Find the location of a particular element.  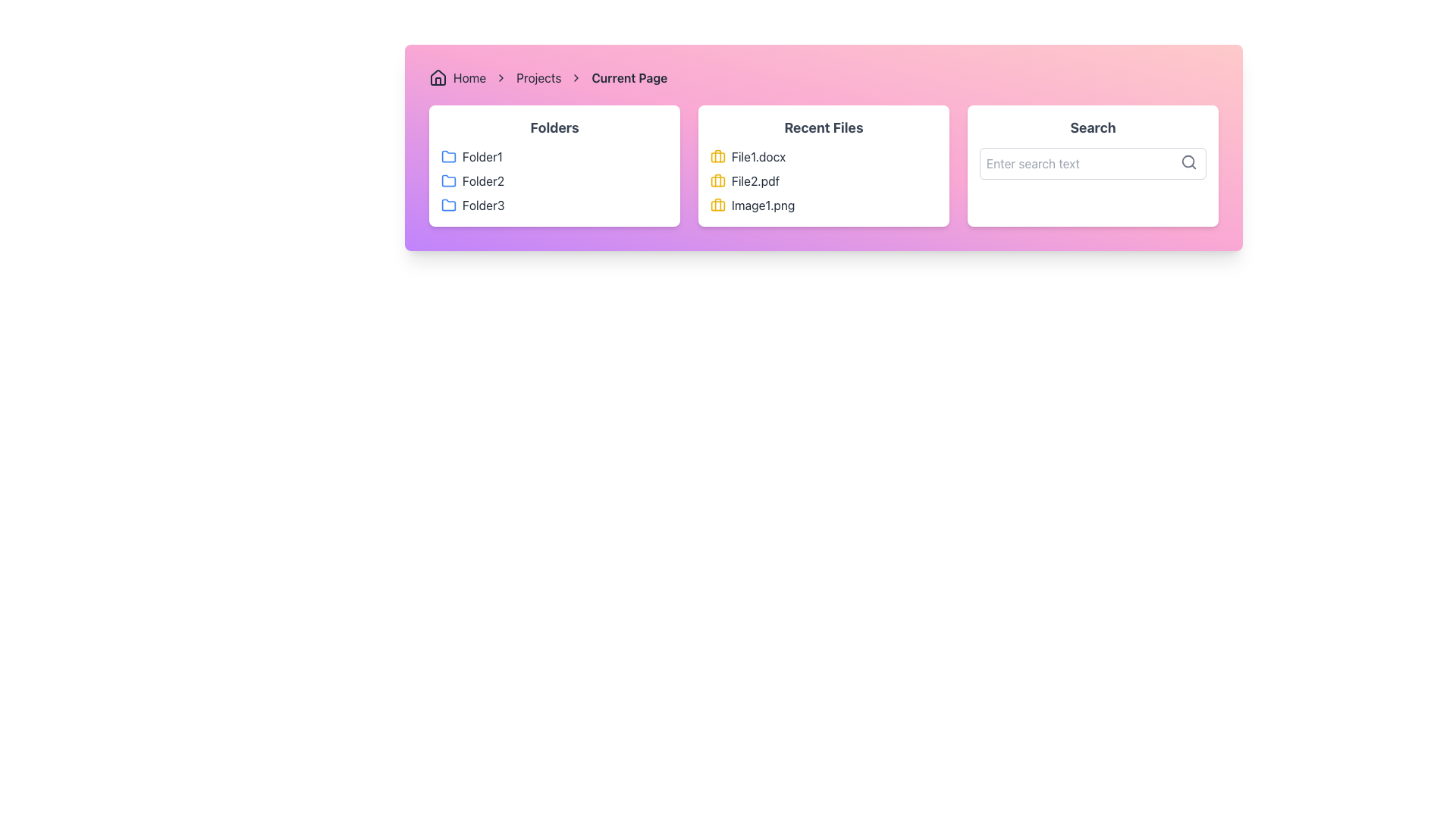

the magnifying glass icon located at the top-right portion of the text input field in the 'Search' section to indicate its function for initiating a search is located at coordinates (1188, 162).